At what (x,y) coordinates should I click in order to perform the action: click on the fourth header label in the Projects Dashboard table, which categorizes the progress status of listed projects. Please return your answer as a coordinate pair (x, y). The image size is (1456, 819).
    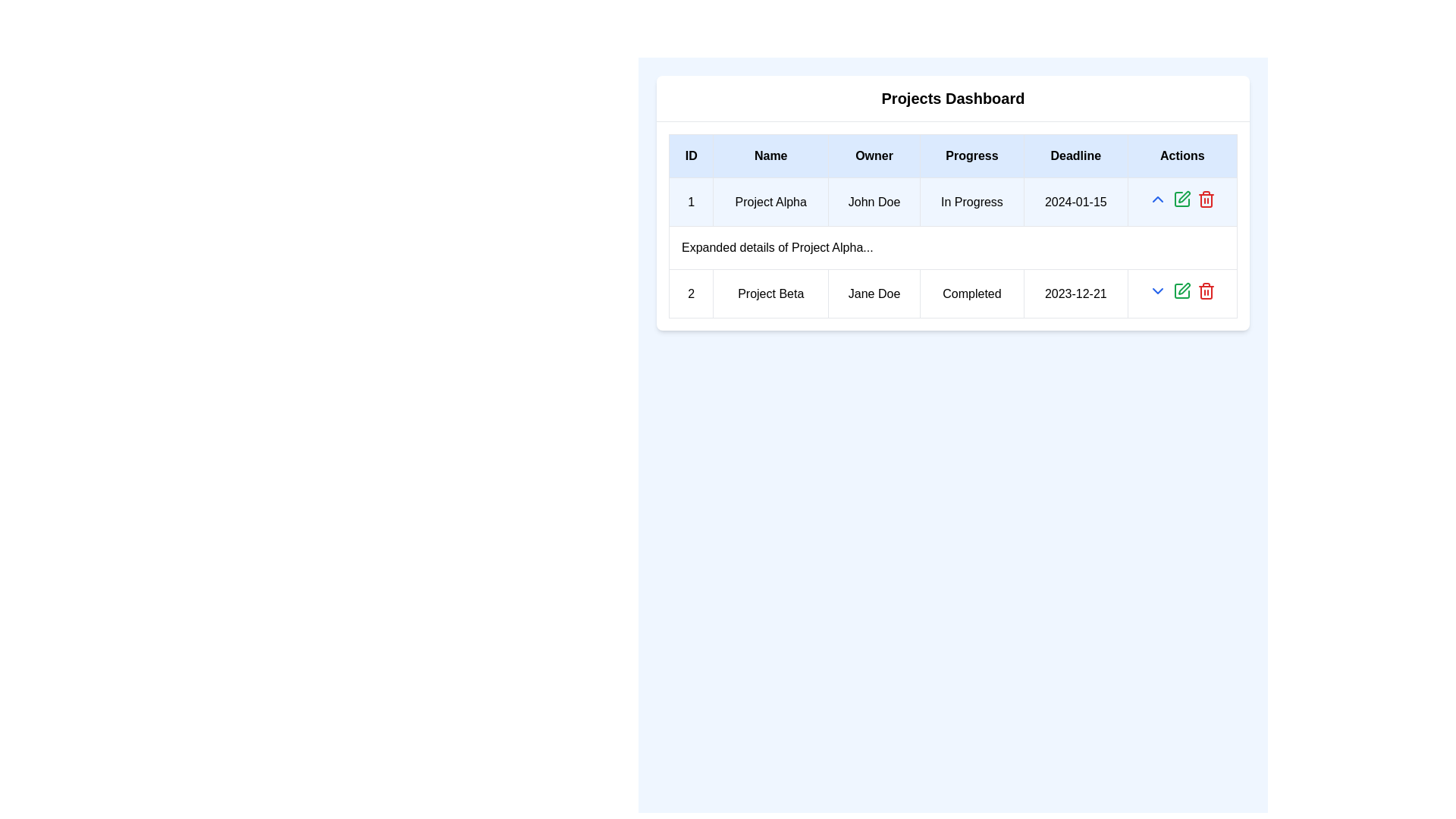
    Looking at the image, I should click on (971, 155).